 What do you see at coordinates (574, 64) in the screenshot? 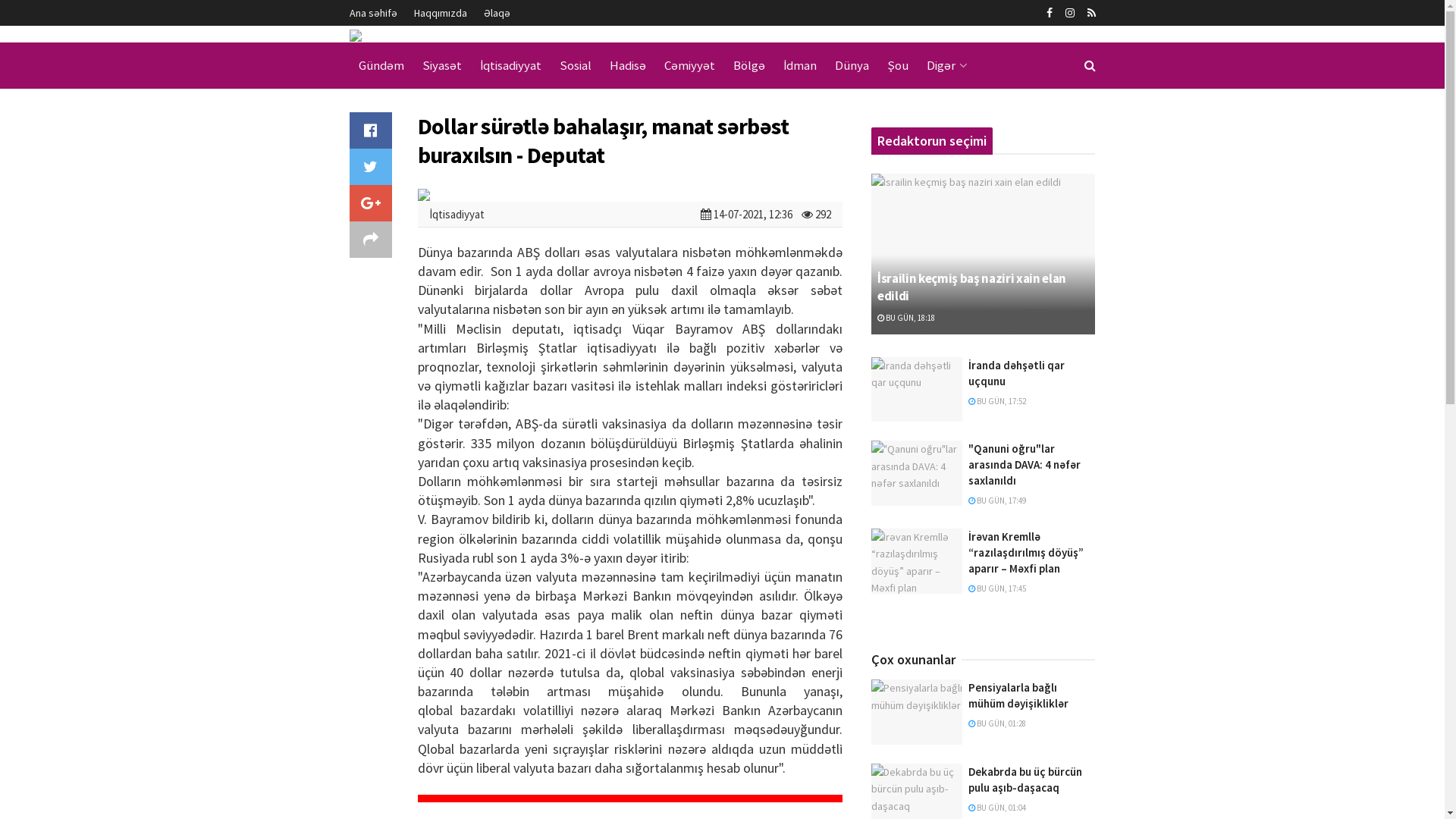
I see `'Sosial'` at bounding box center [574, 64].